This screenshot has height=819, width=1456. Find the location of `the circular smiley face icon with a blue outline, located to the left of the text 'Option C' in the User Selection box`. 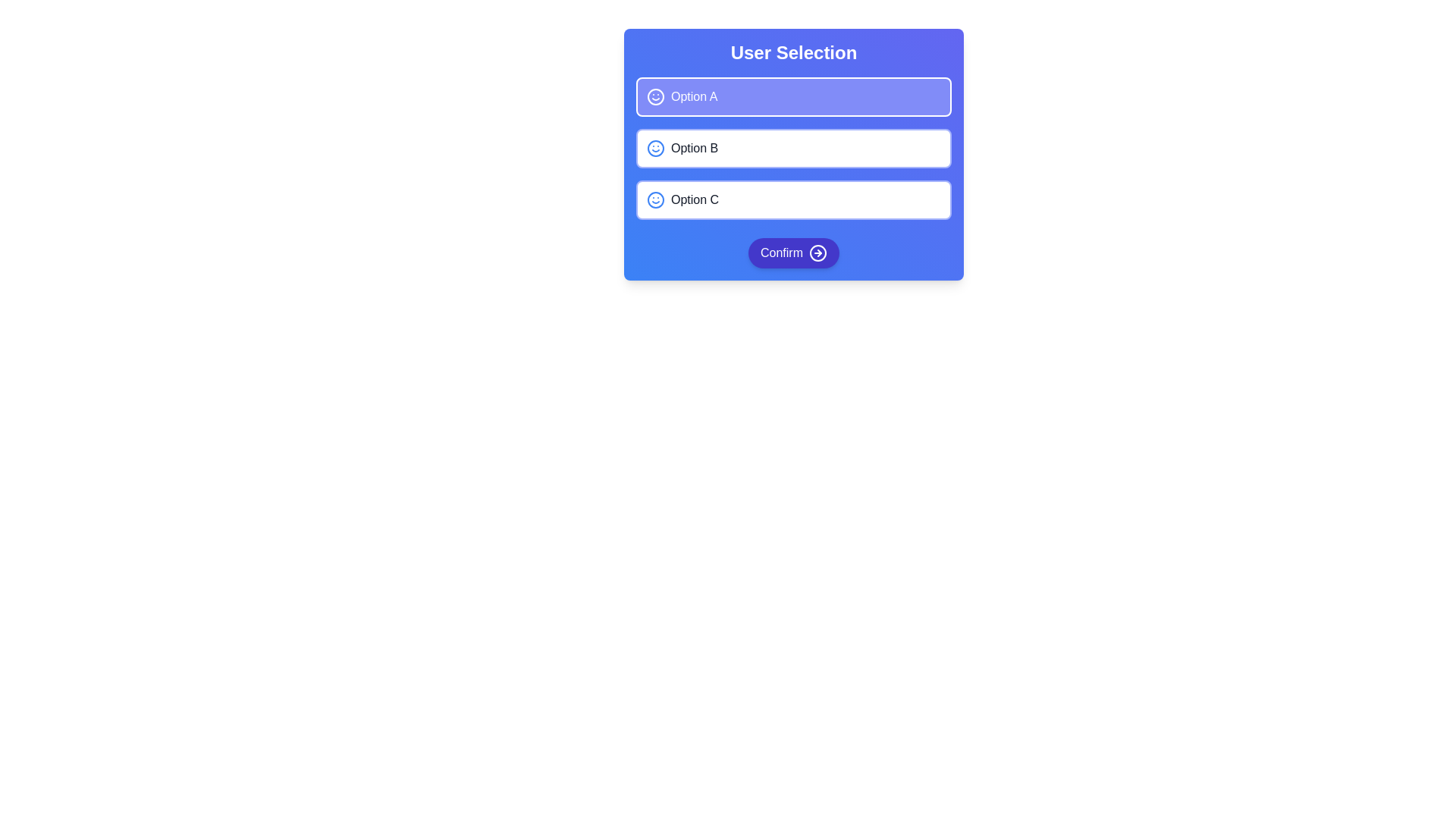

the circular smiley face icon with a blue outline, located to the left of the text 'Option C' in the User Selection box is located at coordinates (655, 199).